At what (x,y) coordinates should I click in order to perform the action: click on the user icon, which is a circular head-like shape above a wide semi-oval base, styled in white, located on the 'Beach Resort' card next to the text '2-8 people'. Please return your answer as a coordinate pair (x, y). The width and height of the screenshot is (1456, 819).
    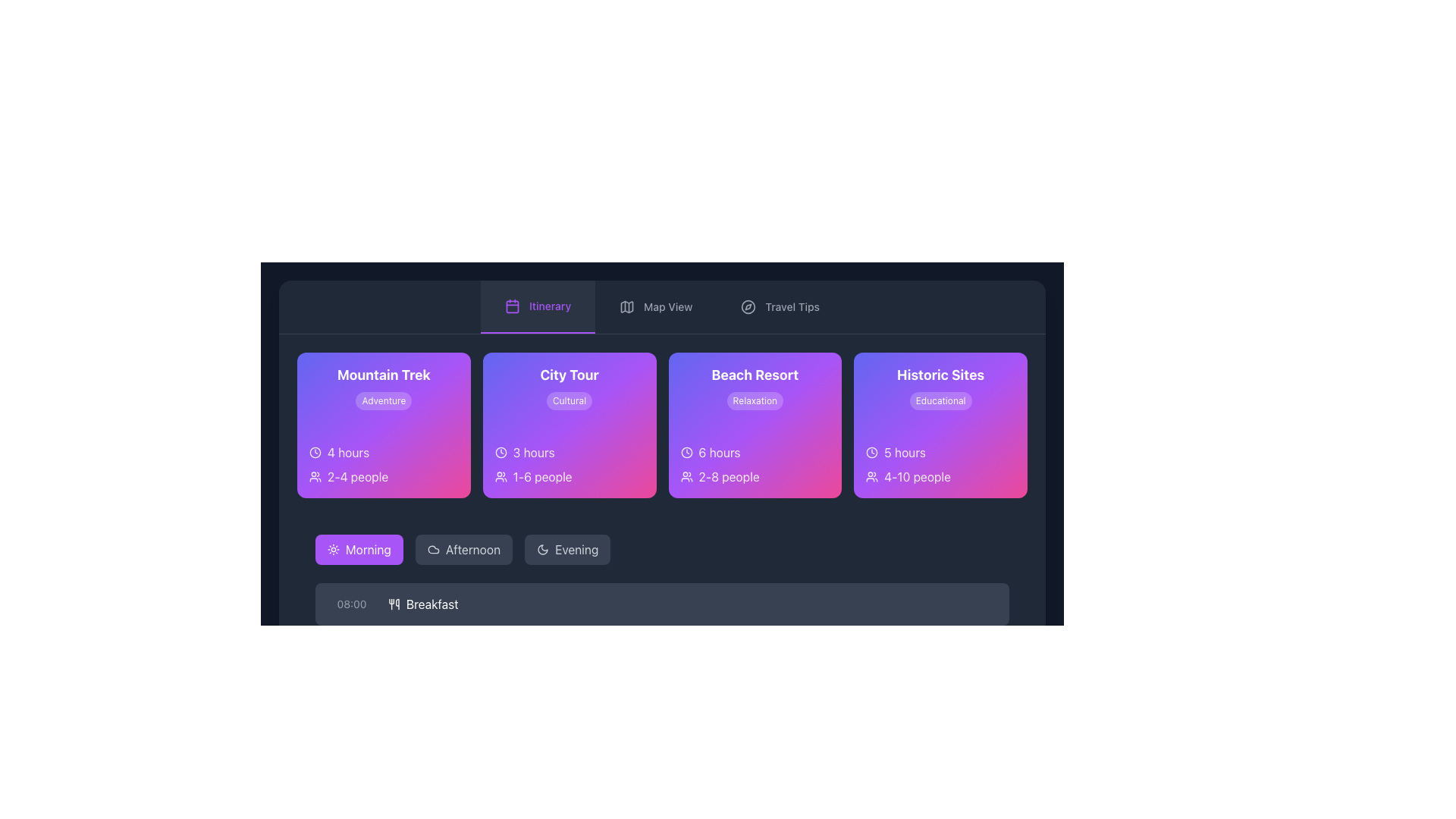
    Looking at the image, I should click on (686, 475).